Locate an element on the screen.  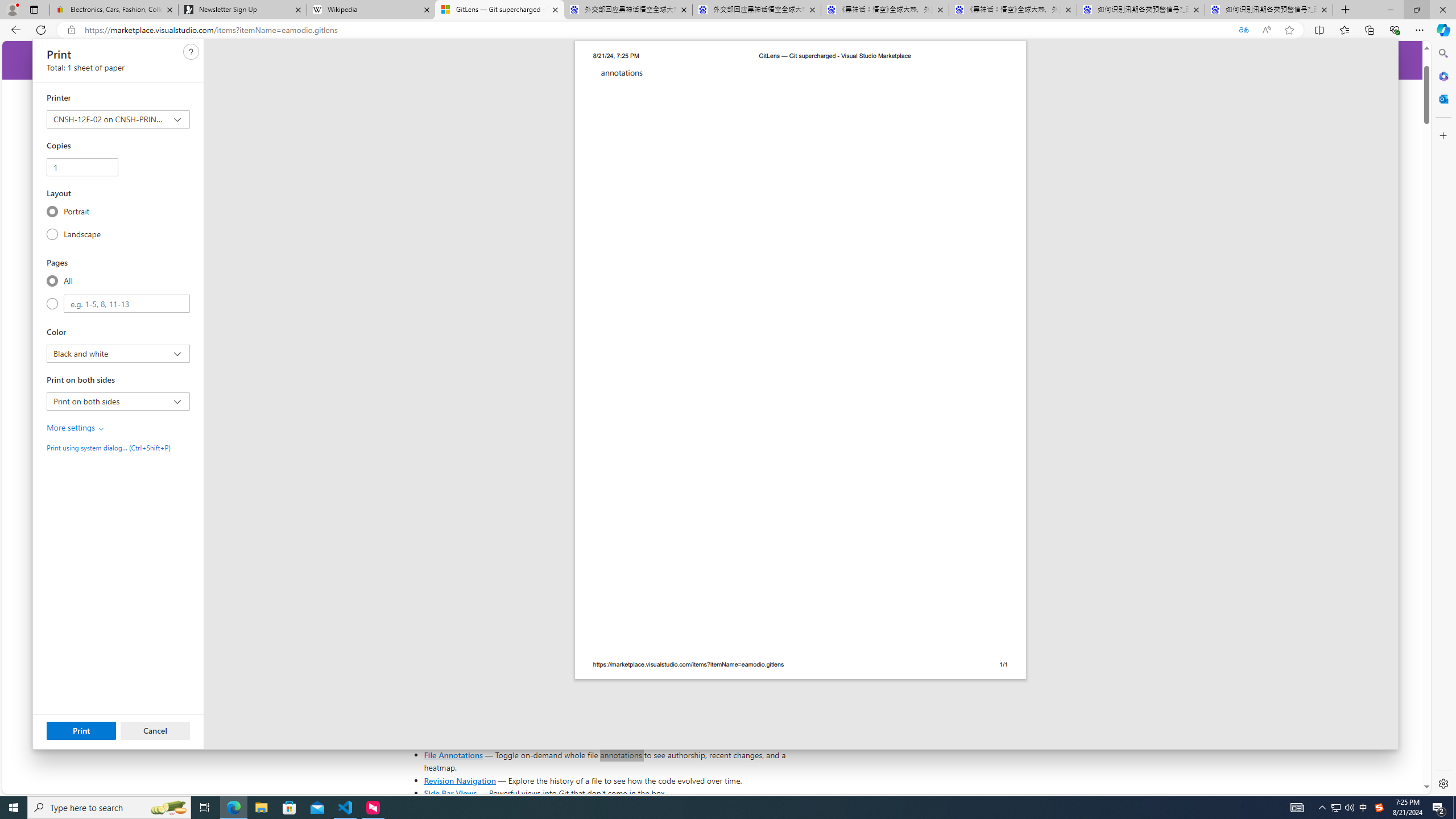
'Copies' is located at coordinates (81, 166).